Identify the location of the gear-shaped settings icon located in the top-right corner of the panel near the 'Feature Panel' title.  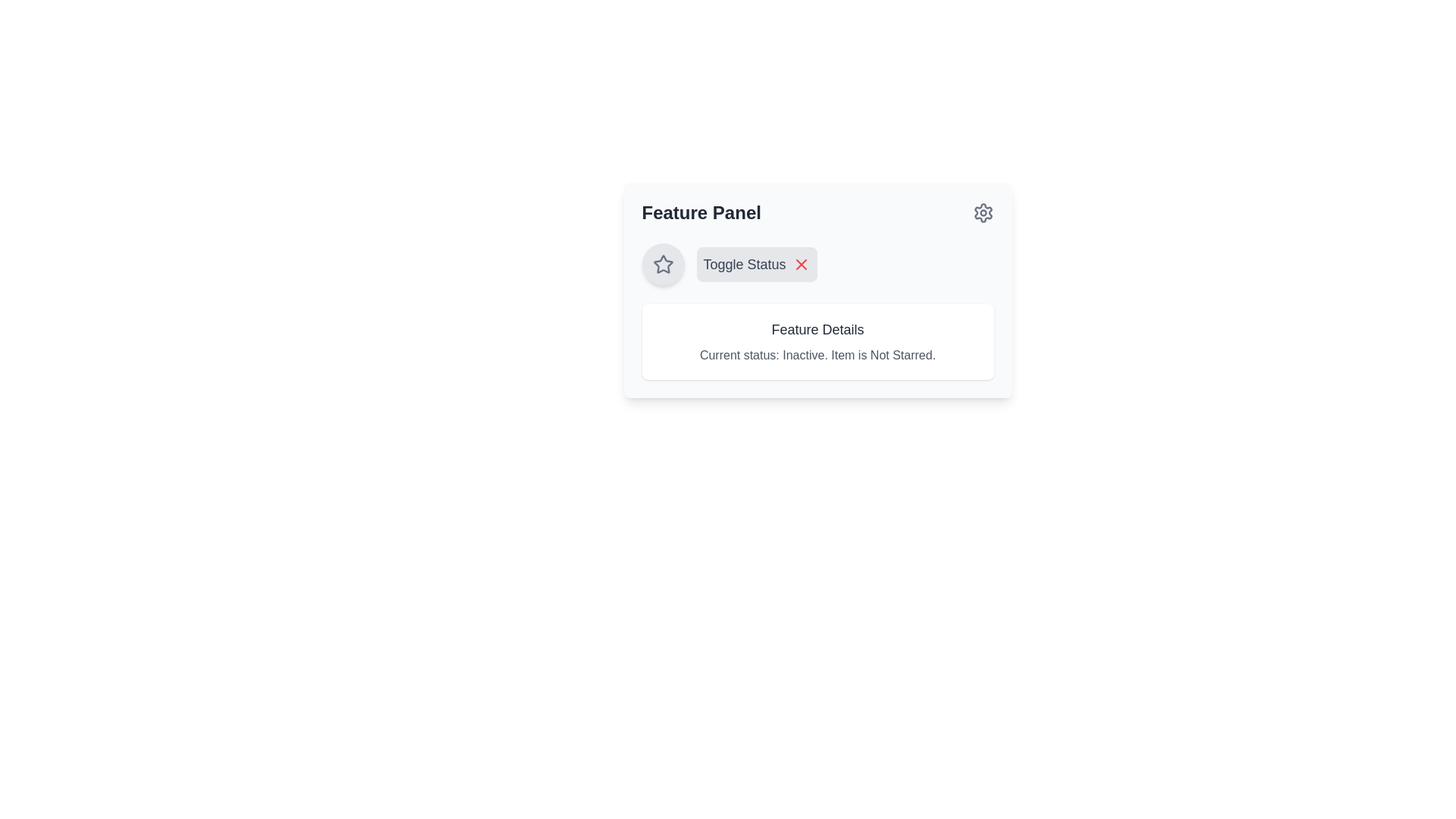
(983, 213).